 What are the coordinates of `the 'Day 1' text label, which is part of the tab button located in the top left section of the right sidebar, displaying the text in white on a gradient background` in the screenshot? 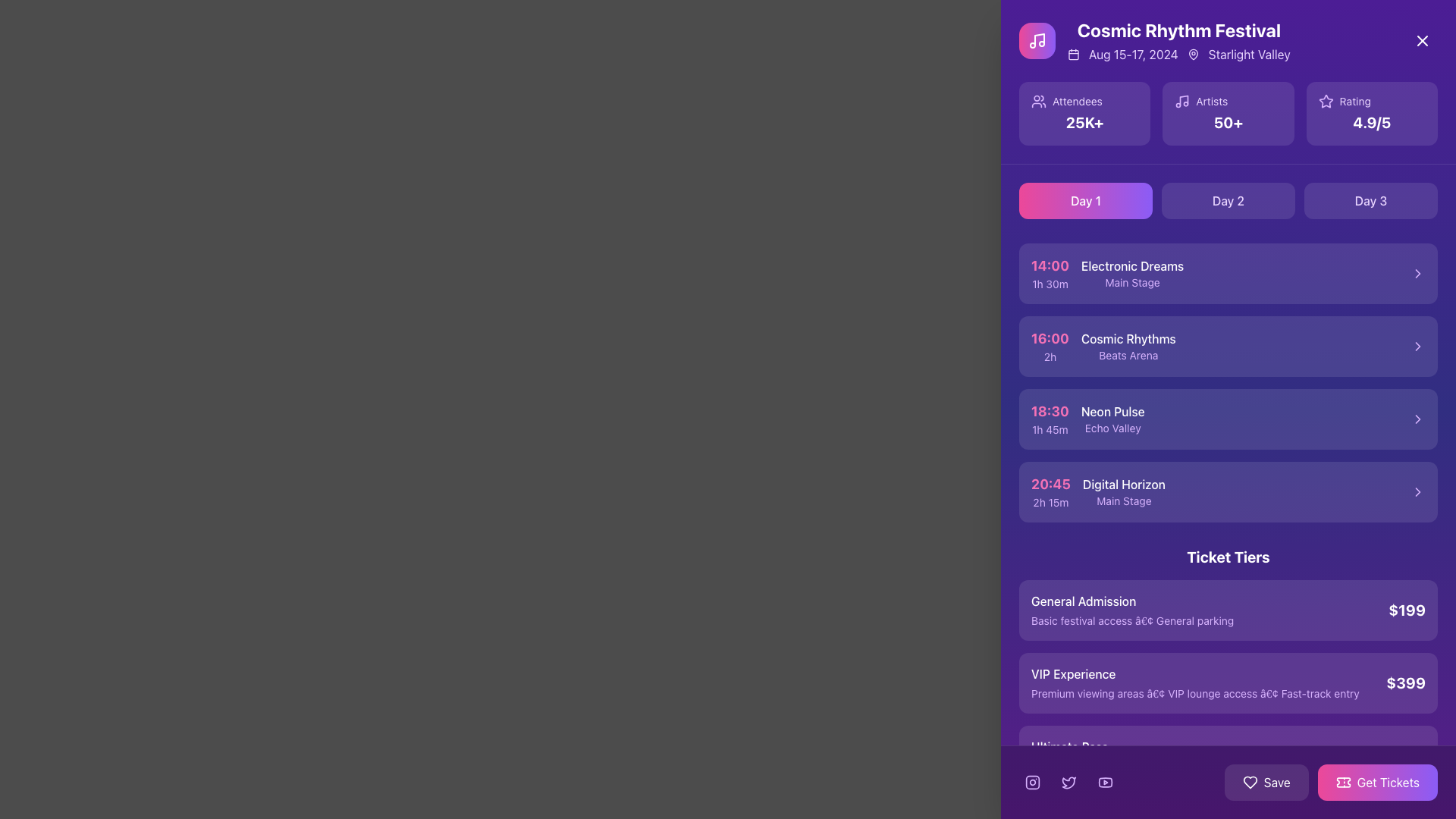 It's located at (1084, 200).